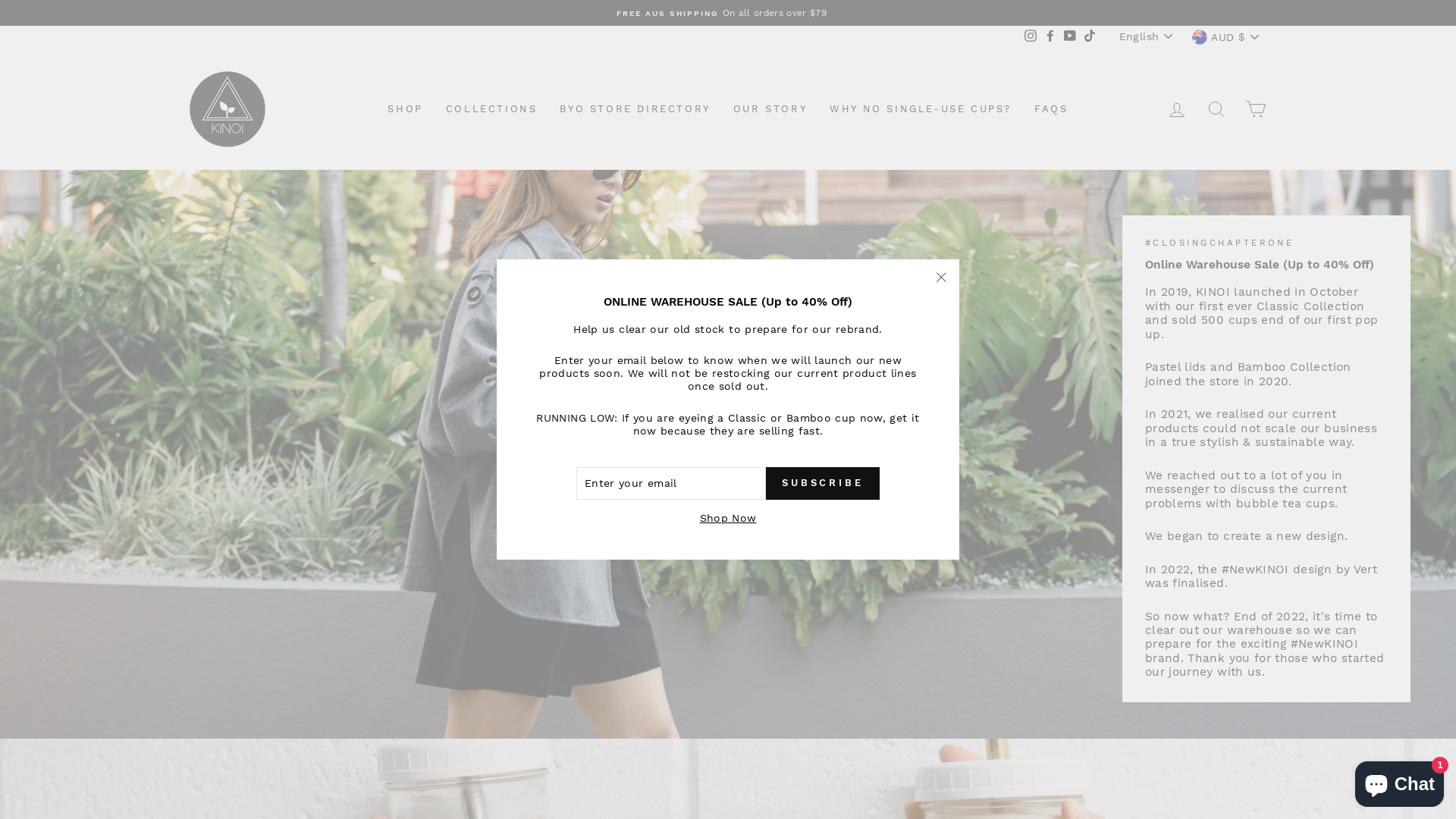 Image resolution: width=1456 pixels, height=819 pixels. Describe the element at coordinates (817, 108) in the screenshot. I see `'WHY NO SINGLE-USE CUPS?'` at that location.